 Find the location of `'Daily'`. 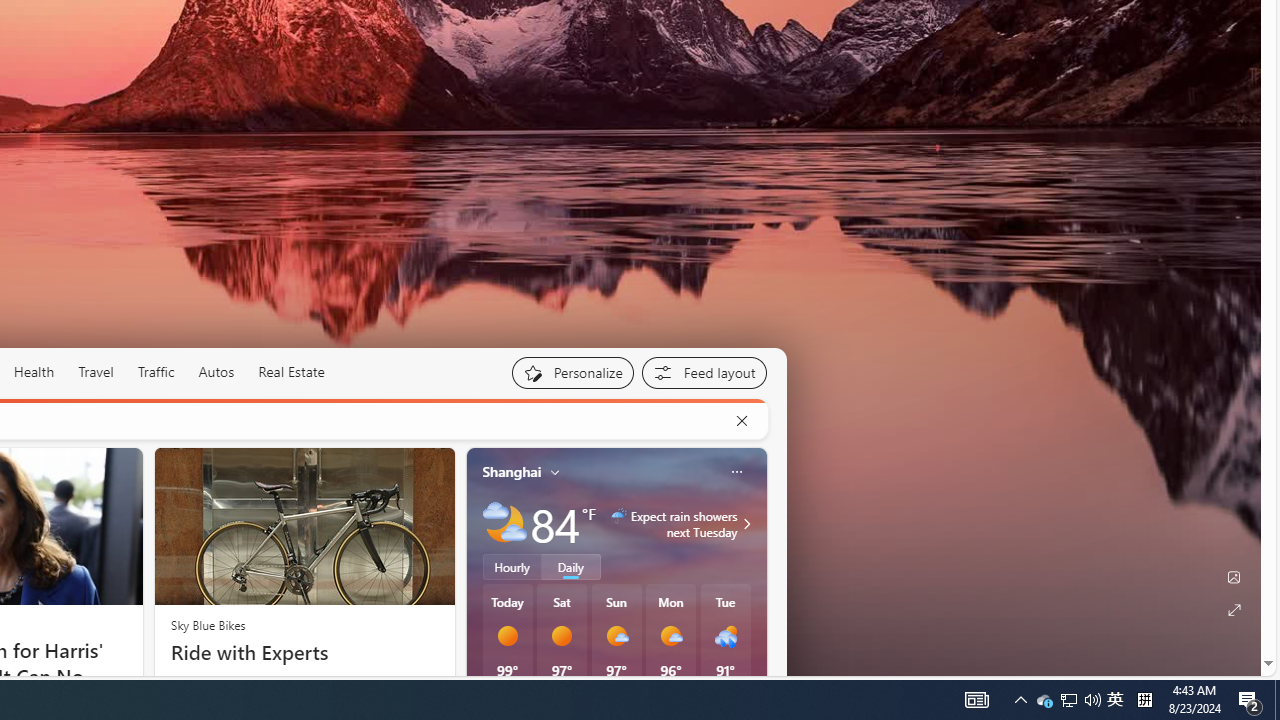

'Daily' is located at coordinates (570, 567).